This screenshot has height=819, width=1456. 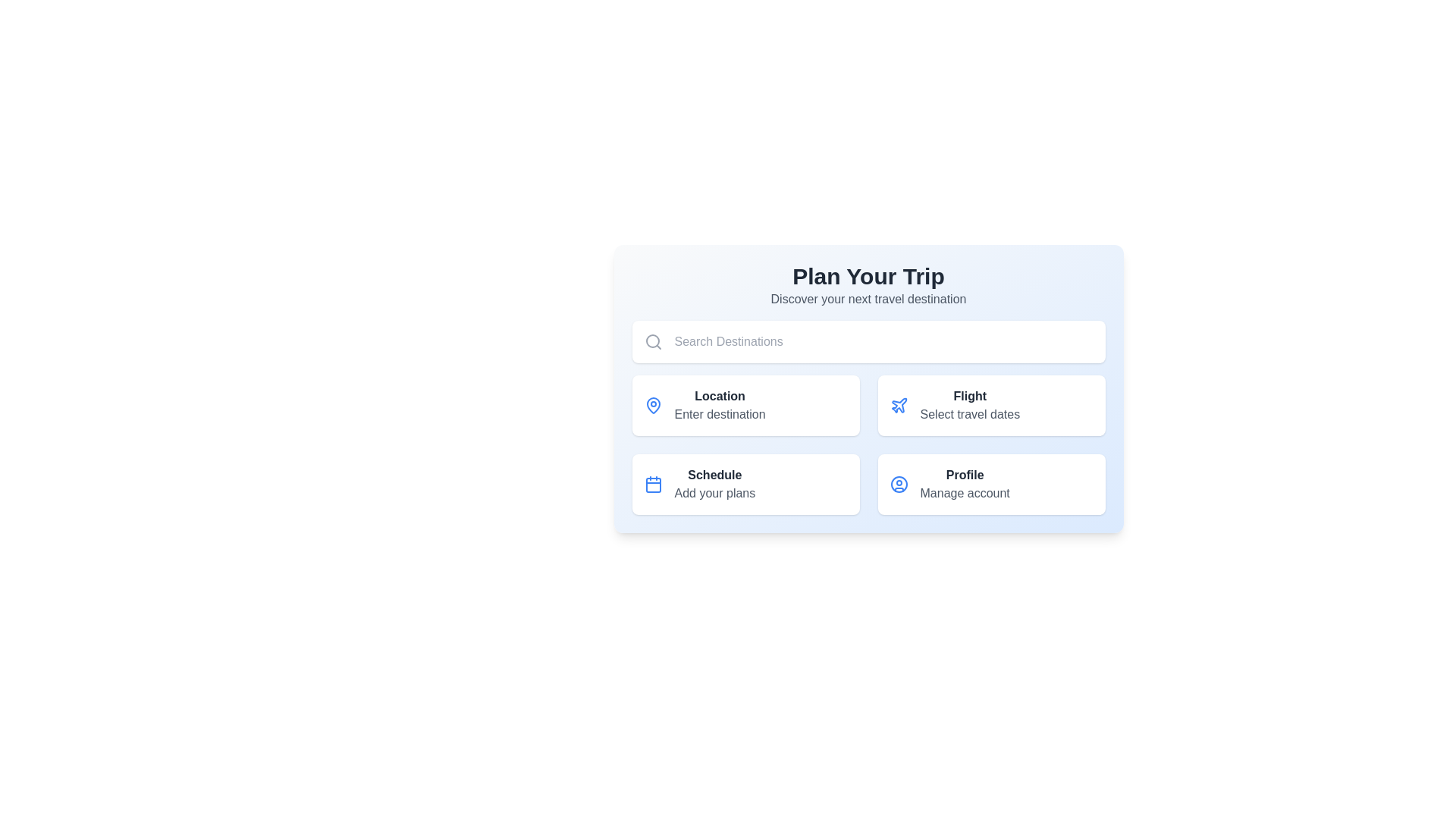 What do you see at coordinates (719, 405) in the screenshot?
I see `the text fields in the Information panel, which is the top left card in a 2x2 grid below the search bar, adjacent to the 'Flight' card and above the 'Schedule' card` at bounding box center [719, 405].